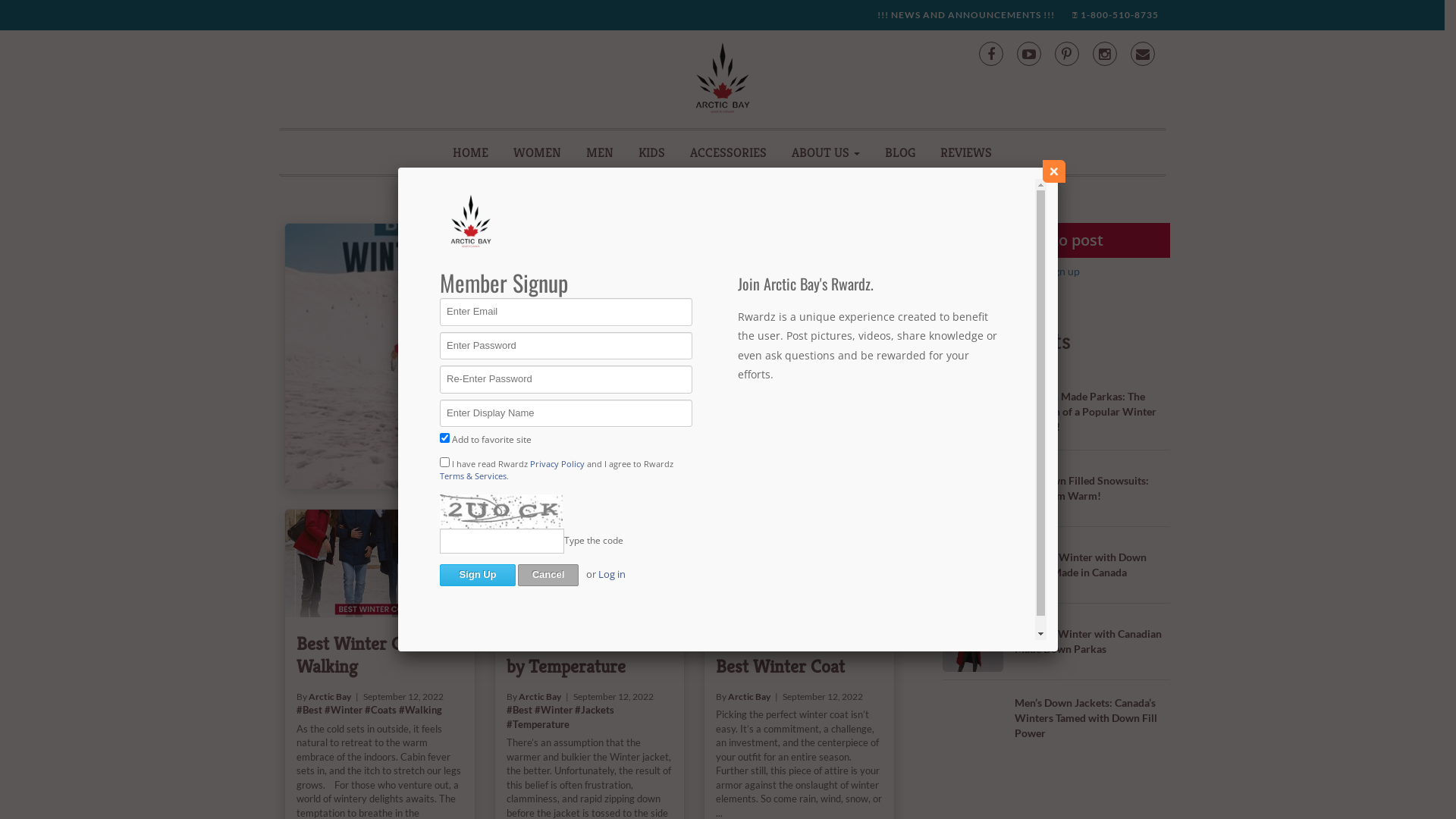 The width and height of the screenshot is (1456, 819). What do you see at coordinates (506, 710) in the screenshot?
I see `'#Best'` at bounding box center [506, 710].